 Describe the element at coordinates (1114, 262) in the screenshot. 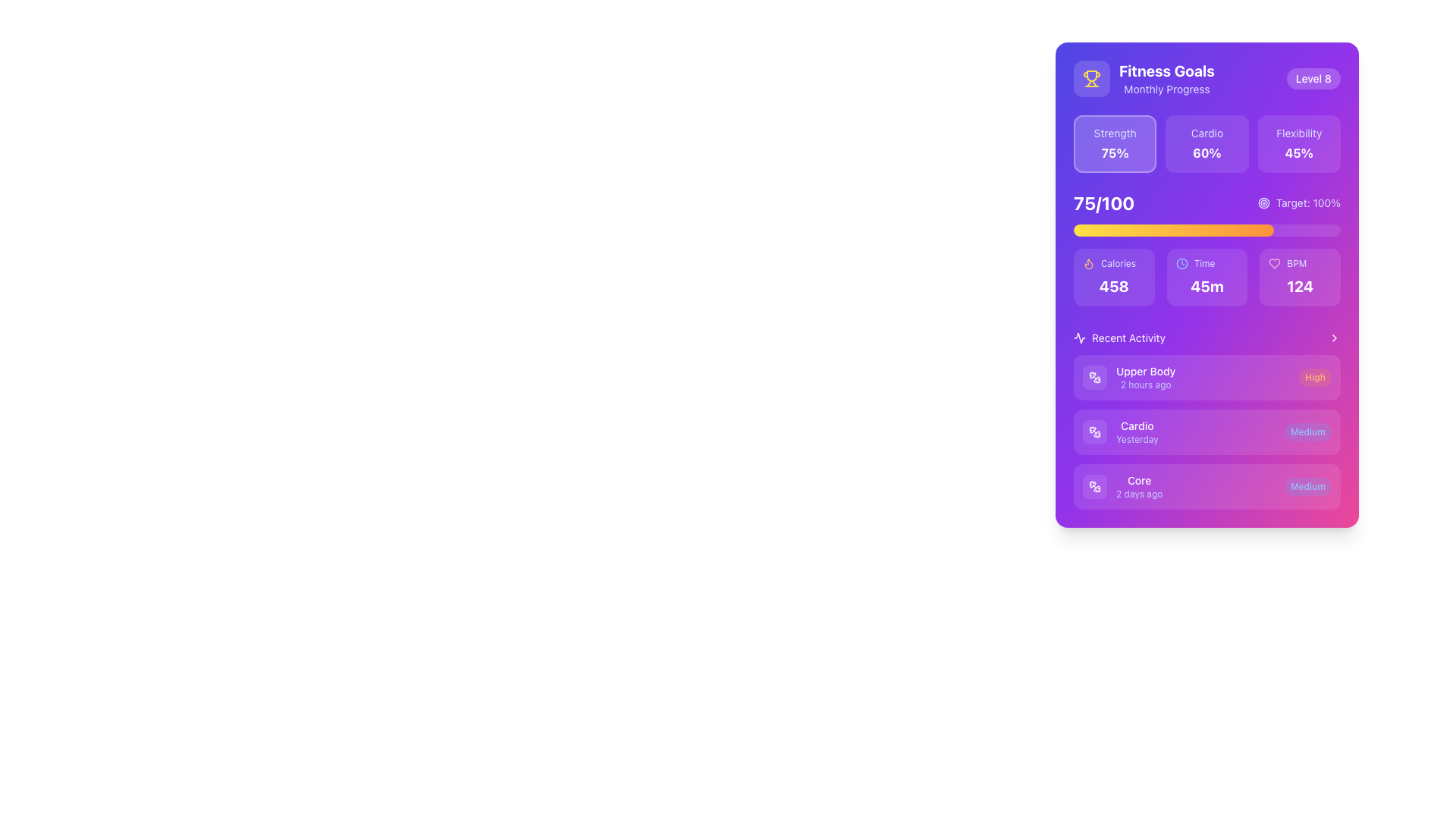

I see `the label identifying calories burned or consumed, located in the upper-left corner of the summary card section, directly above the numerical value '458'` at that location.